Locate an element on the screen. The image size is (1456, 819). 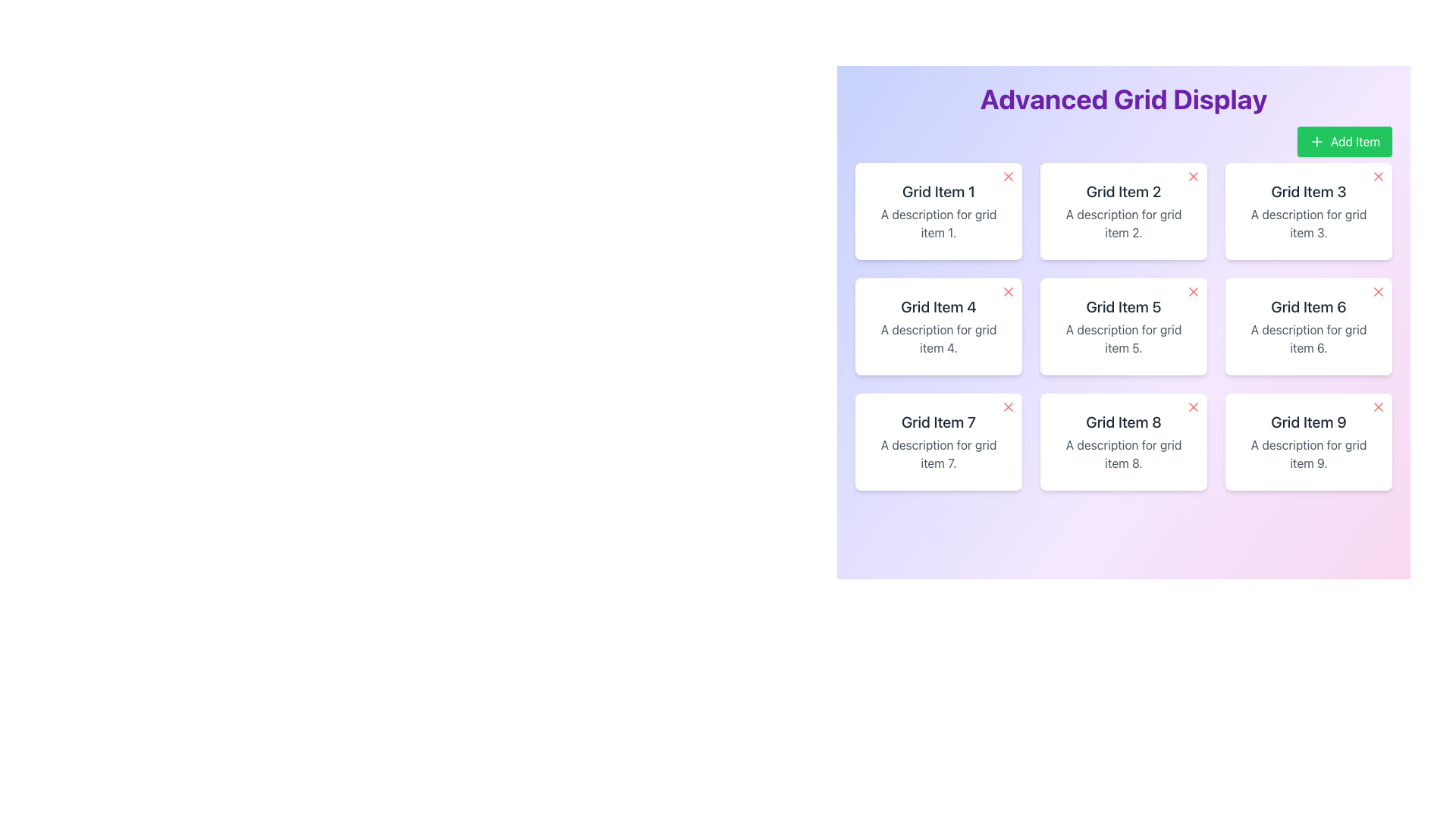
the text 'Grid Item 1' located in the first grid cell of a 3x3 grid layout is located at coordinates (938, 191).